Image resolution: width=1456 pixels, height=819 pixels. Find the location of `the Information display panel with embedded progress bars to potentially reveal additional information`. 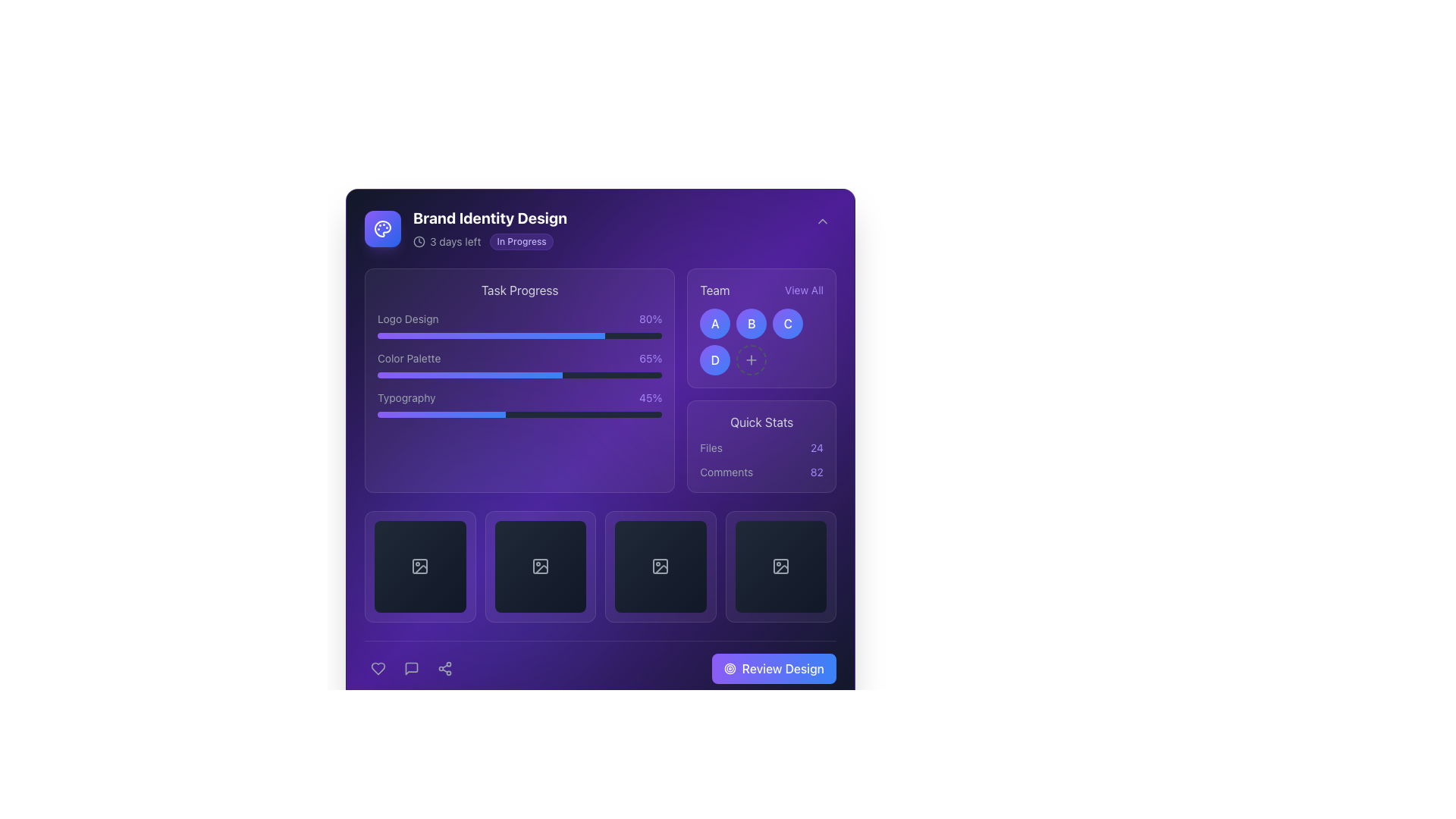

the Information display panel with embedded progress bars to potentially reveal additional information is located at coordinates (600, 379).